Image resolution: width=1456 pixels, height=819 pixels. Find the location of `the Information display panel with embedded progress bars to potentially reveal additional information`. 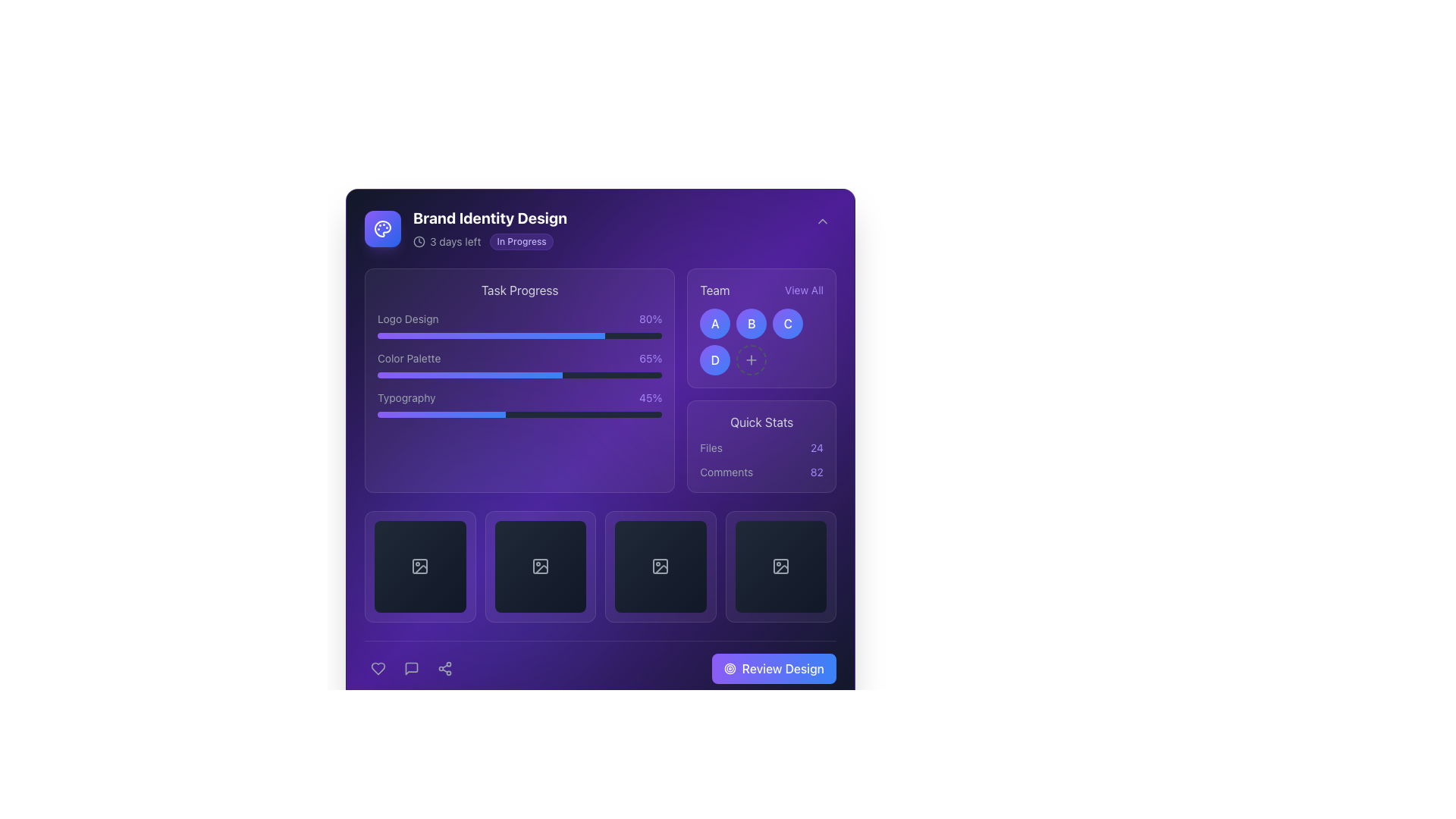

the Information display panel with embedded progress bars to potentially reveal additional information is located at coordinates (600, 379).